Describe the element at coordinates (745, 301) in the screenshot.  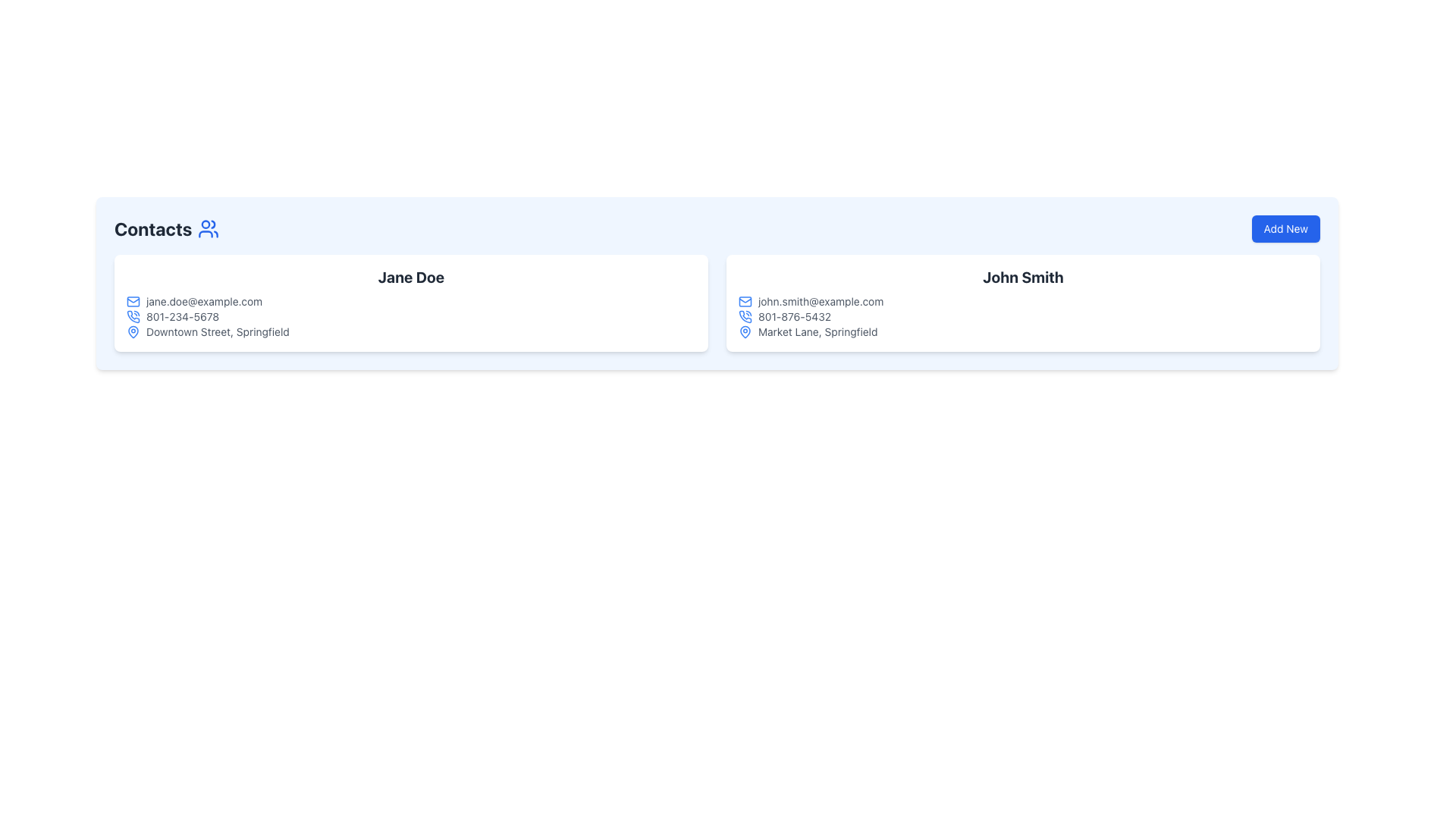
I see `the rectangular shape representing the main body of the envelope icon in the contact card for 'John Smith.'` at that location.